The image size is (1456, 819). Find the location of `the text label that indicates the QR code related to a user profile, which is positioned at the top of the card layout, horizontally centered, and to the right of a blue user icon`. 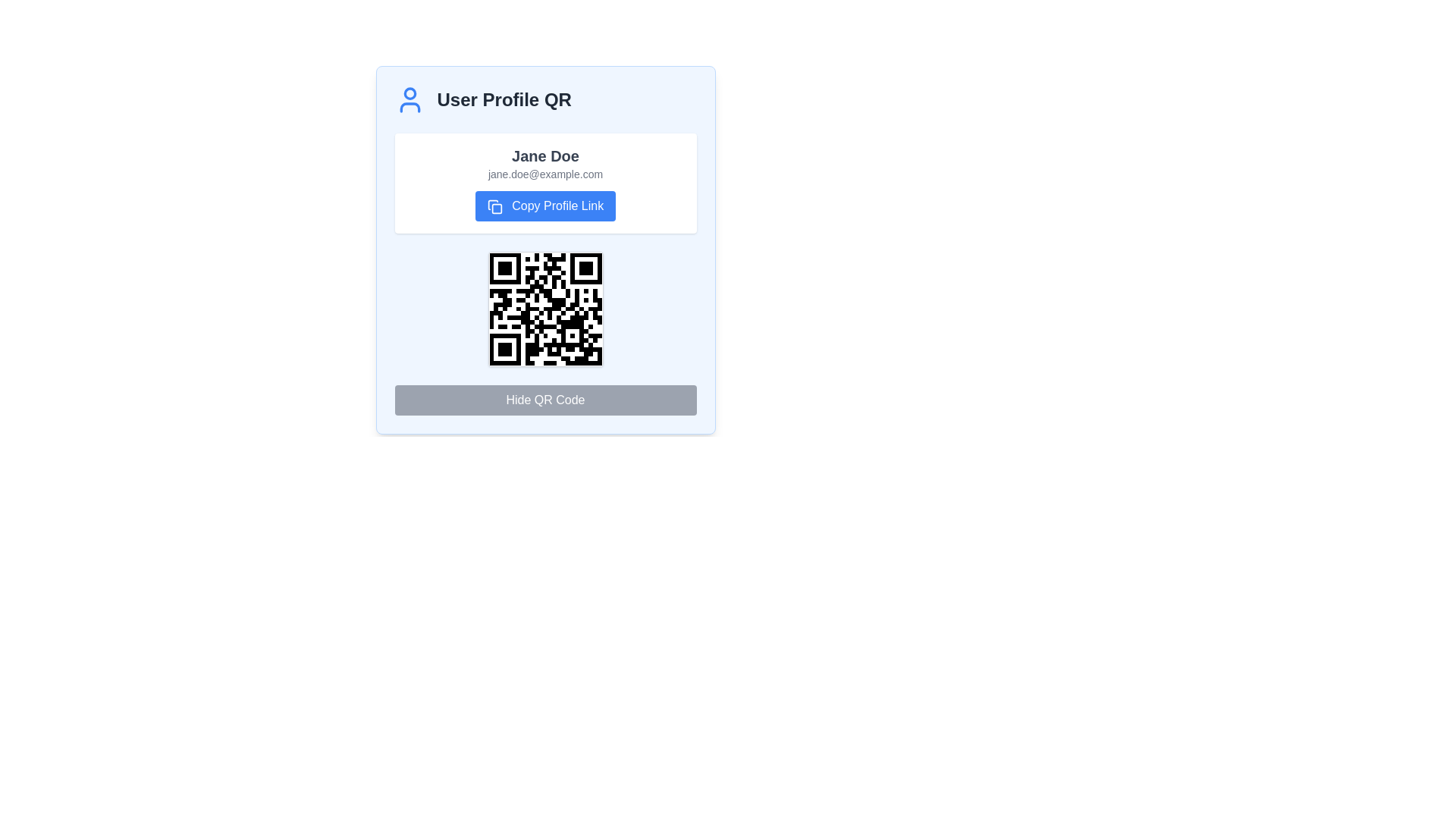

the text label that indicates the QR code related to a user profile, which is positioned at the top of the card layout, horizontally centered, and to the right of a blue user icon is located at coordinates (504, 99).